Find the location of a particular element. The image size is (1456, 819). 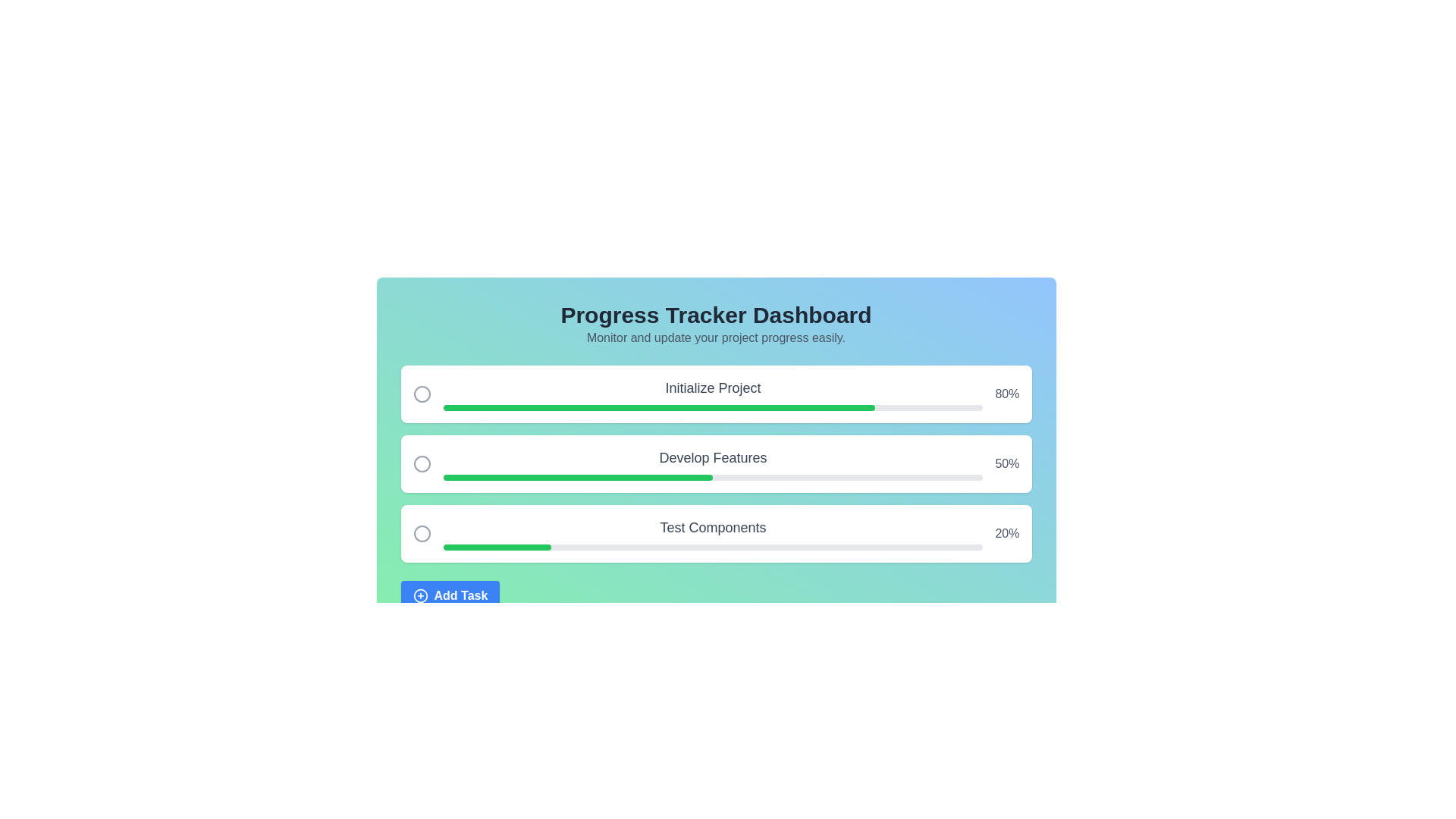

the circular status indicator located to the left of the 'Initialize Project' label in the progress section is located at coordinates (422, 394).